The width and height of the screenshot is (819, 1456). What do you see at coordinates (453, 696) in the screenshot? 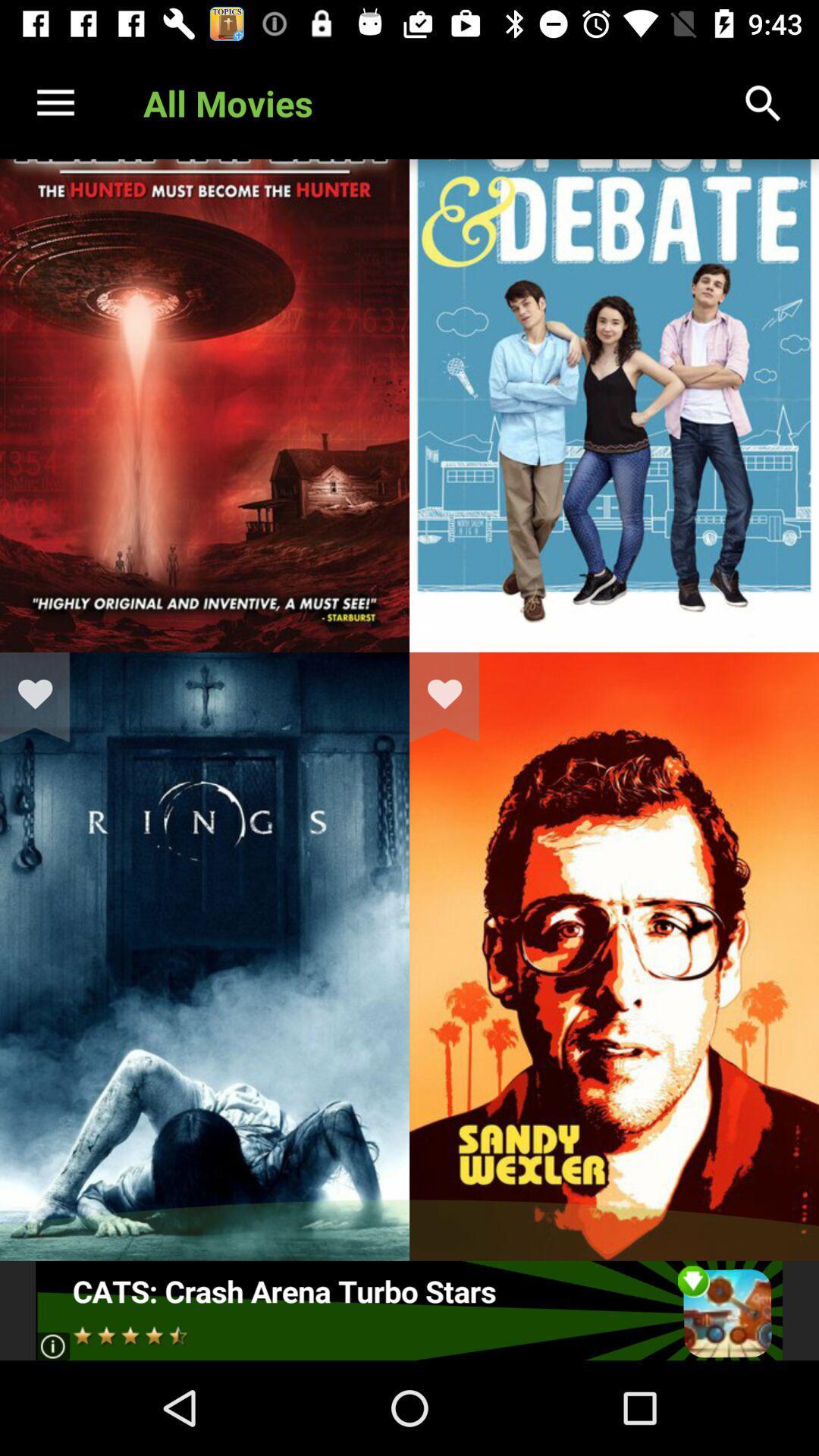
I see `favorite` at bounding box center [453, 696].